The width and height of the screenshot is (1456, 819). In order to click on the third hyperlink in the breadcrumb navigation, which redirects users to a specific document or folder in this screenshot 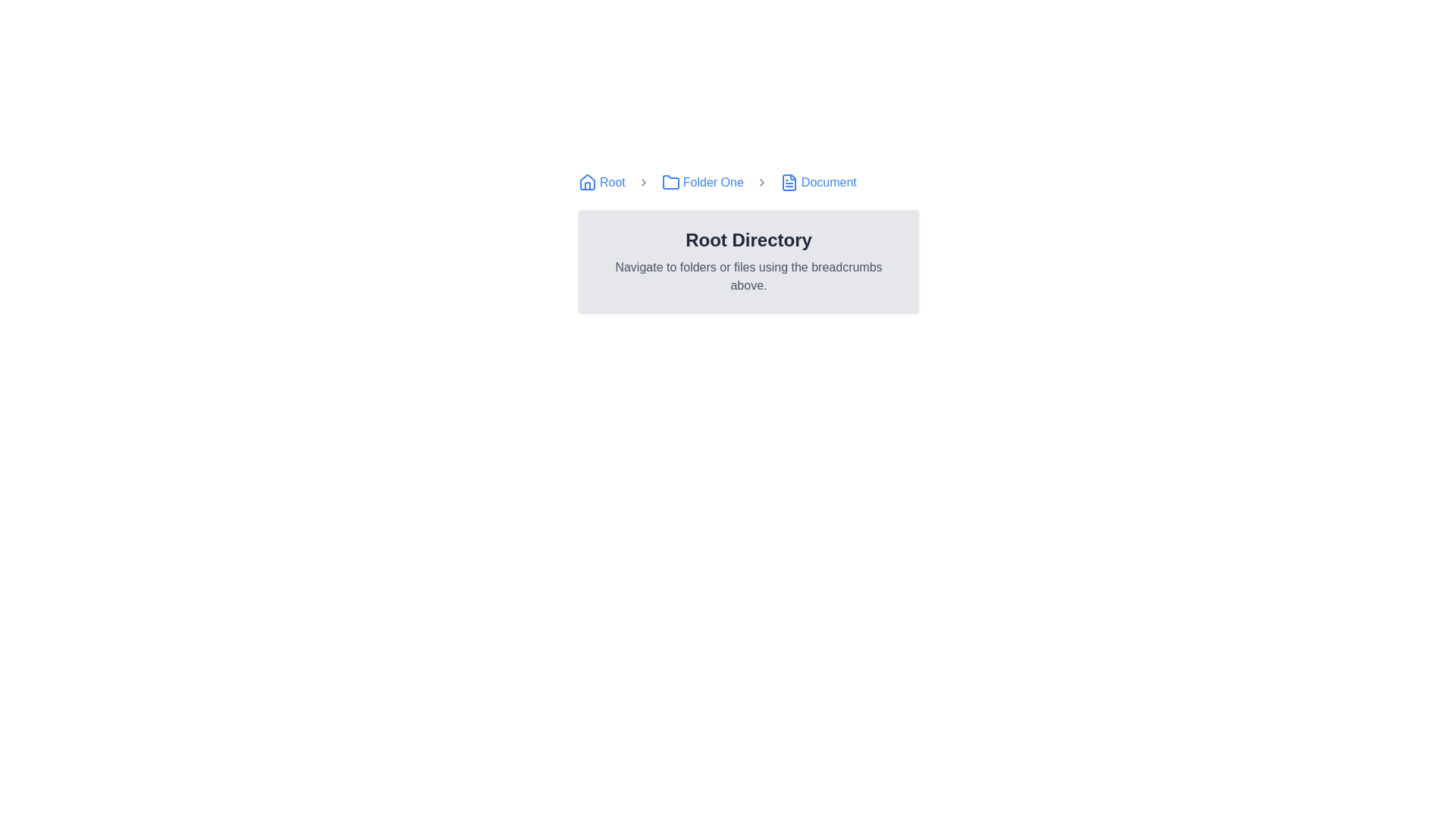, I will do `click(817, 181)`.